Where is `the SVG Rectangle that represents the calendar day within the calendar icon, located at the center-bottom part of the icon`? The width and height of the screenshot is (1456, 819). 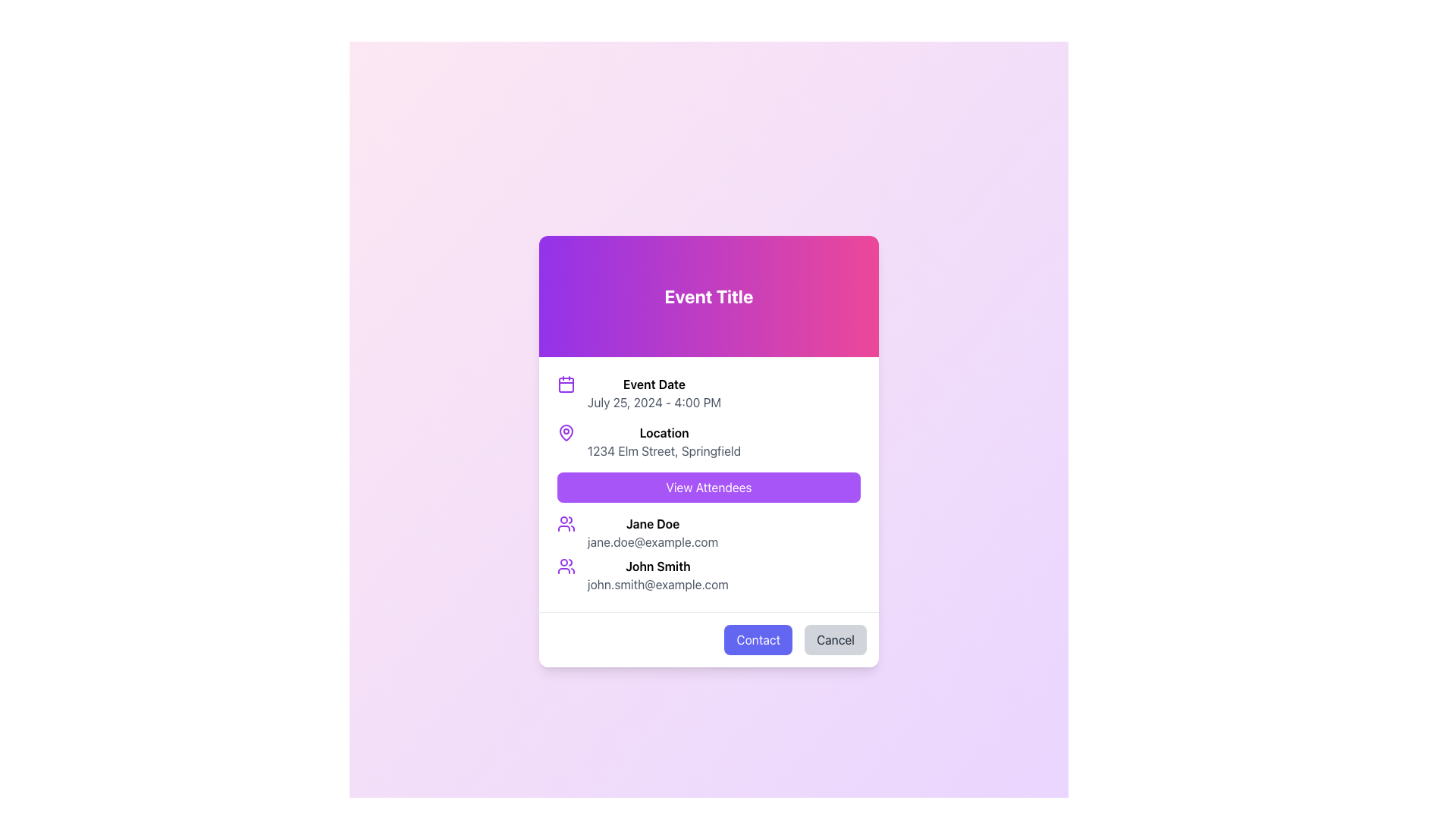
the SVG Rectangle that represents the calendar day within the calendar icon, located at the center-bottom part of the icon is located at coordinates (566, 384).